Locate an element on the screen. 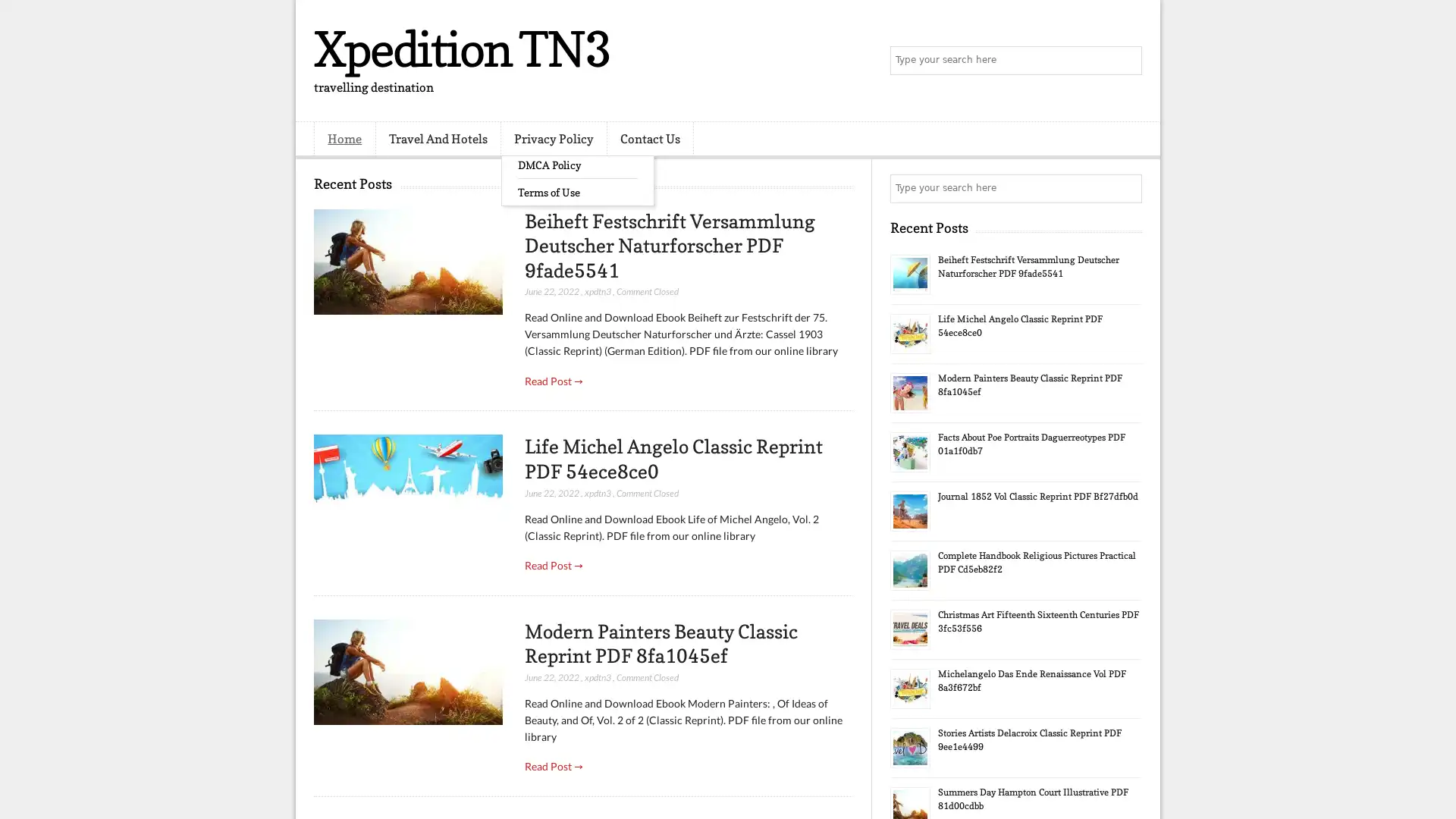 Image resolution: width=1456 pixels, height=819 pixels. Search is located at coordinates (1126, 61).